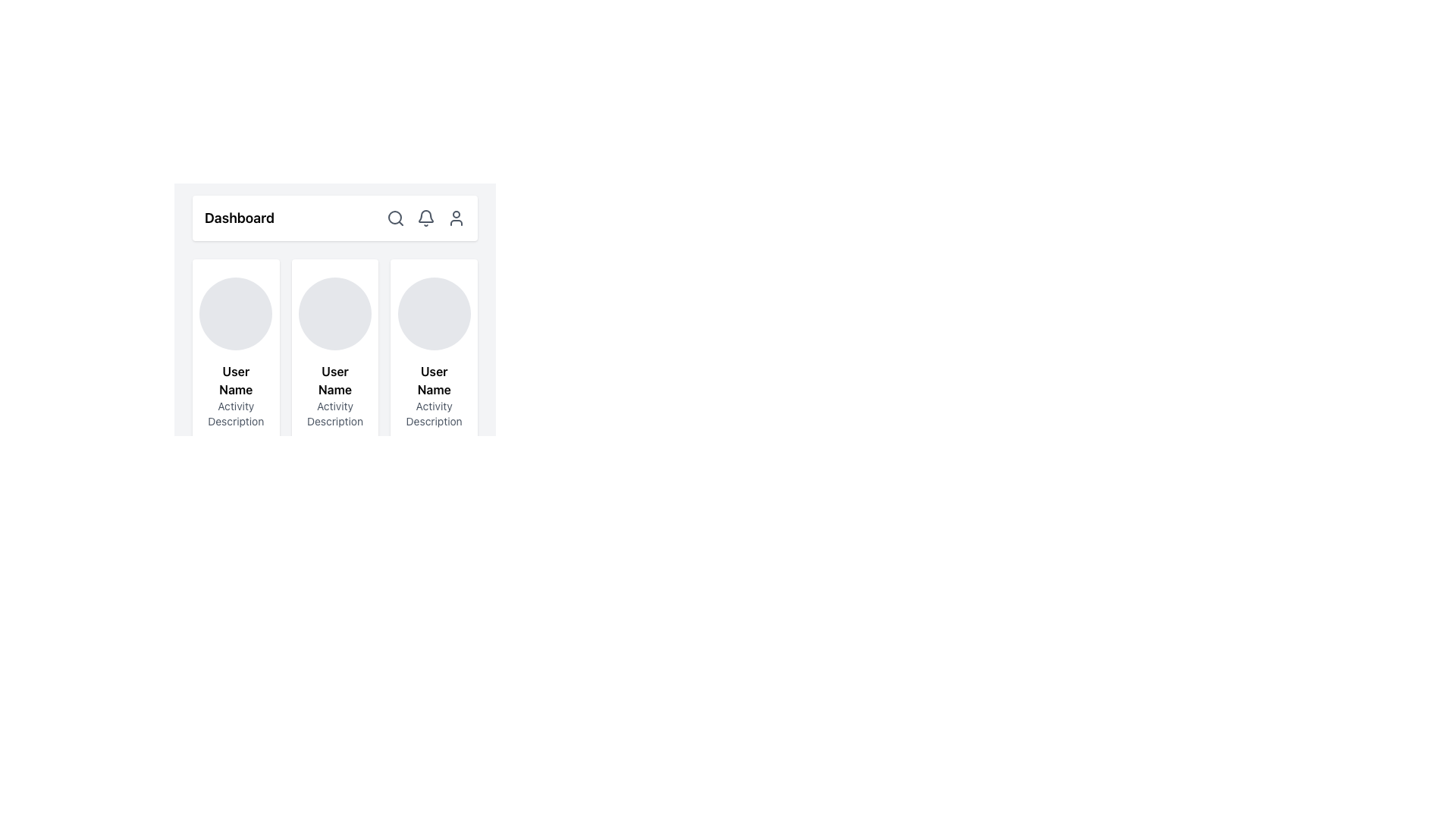  I want to click on the text label displaying 'Activity Description', which is styled in gray and located below the 'User Name' label in the centralized card, so click(334, 414).